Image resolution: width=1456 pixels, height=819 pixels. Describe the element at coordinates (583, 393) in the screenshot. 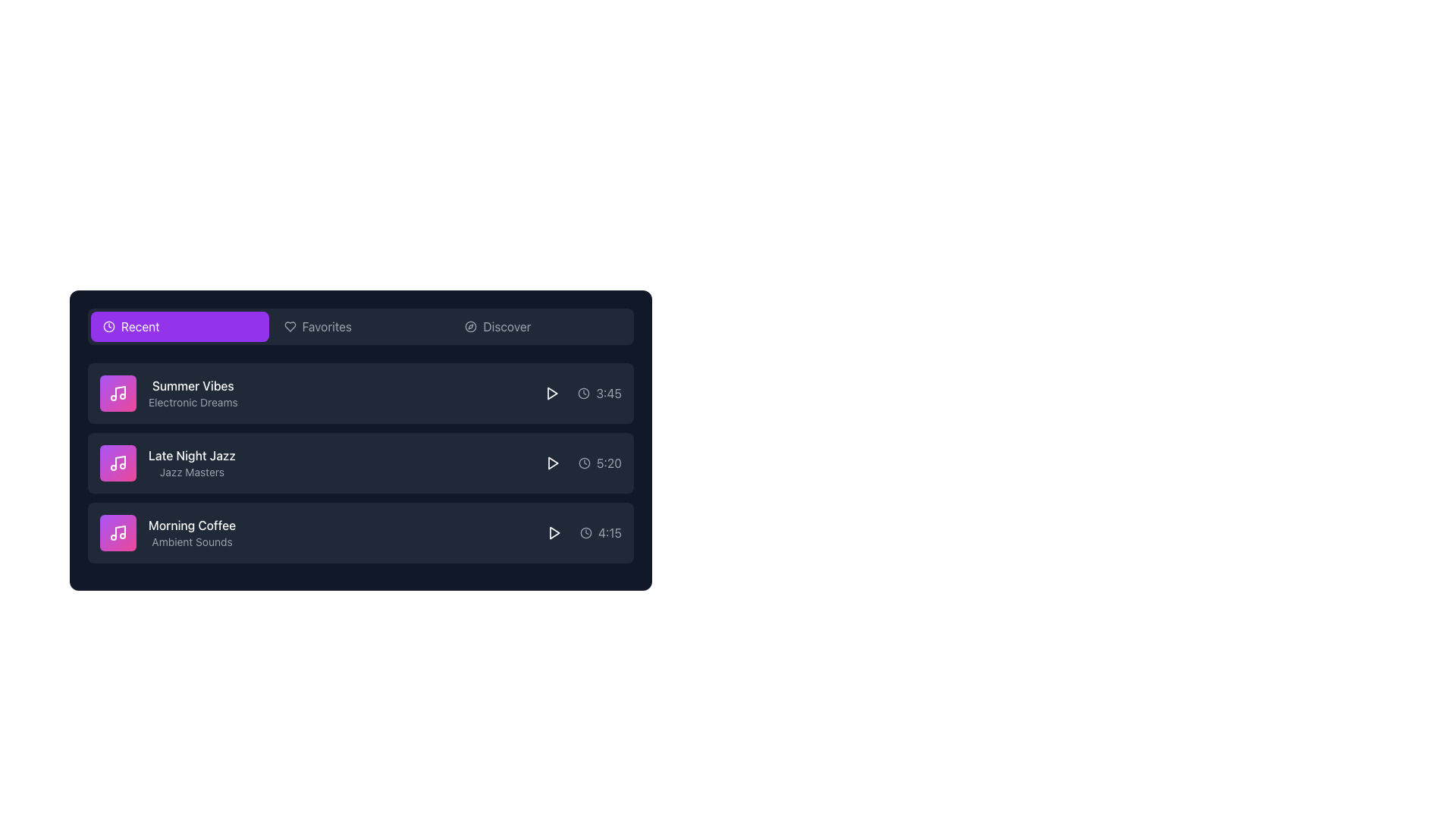

I see `the Decorative SVG circle that forms part of the clock icon adjacent to the time '3:45' in the item list` at that location.